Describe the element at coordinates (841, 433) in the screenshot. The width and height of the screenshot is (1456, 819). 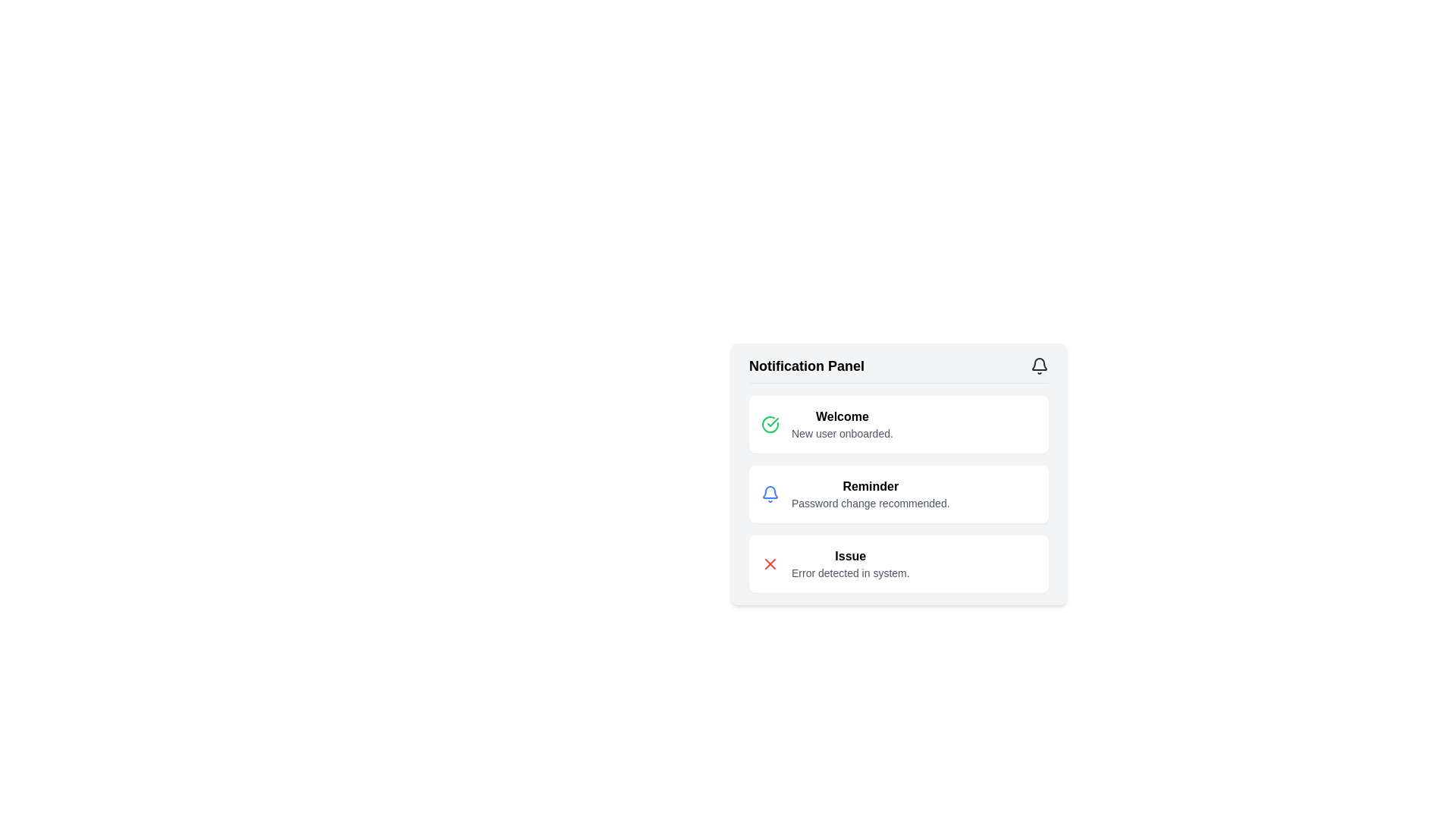
I see `text label displaying 'New user onboarded.' located beneath the header 'Welcome' in the notification panel` at that location.